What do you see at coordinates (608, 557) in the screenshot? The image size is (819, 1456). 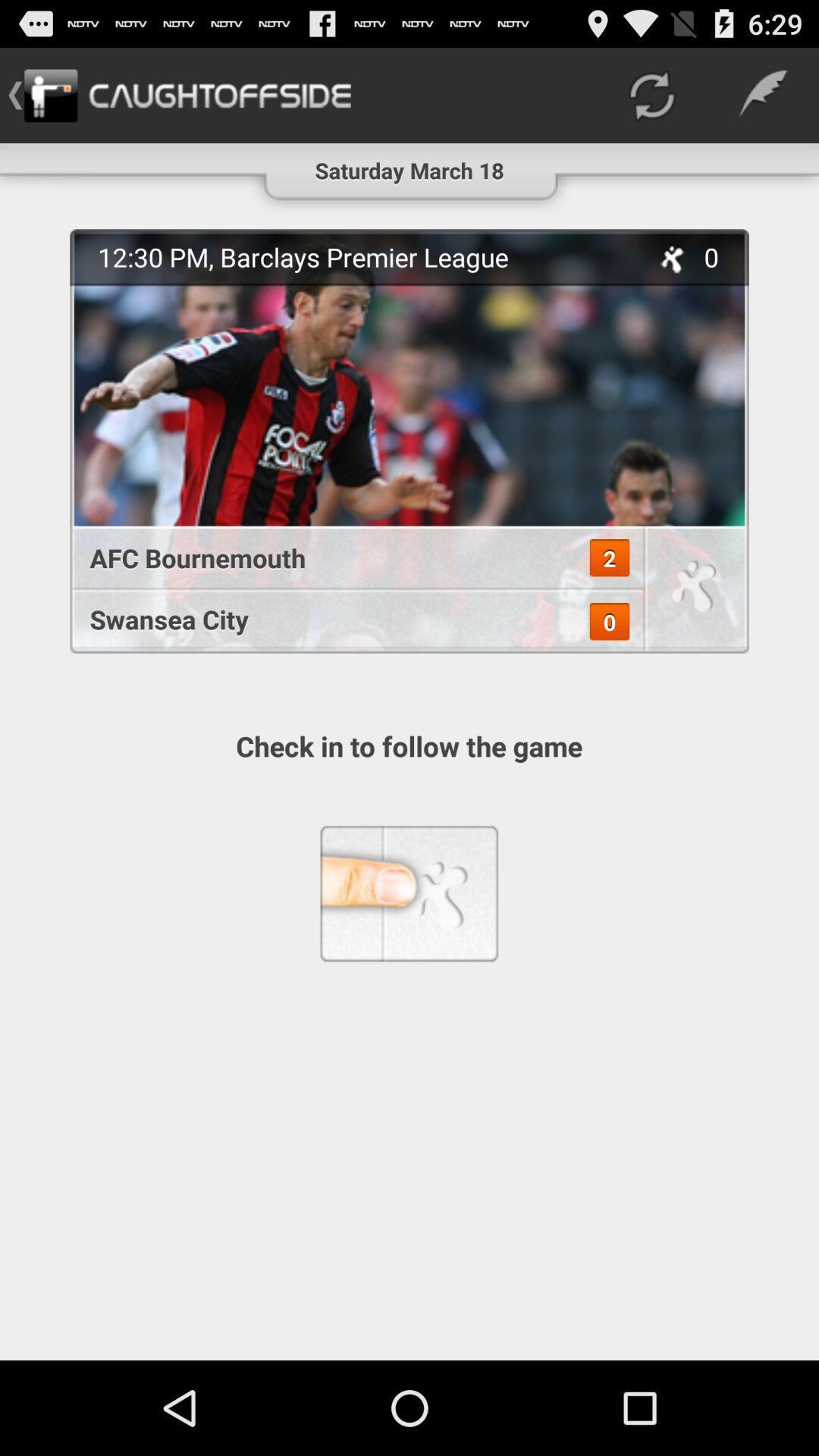 I see `the 2 app` at bounding box center [608, 557].